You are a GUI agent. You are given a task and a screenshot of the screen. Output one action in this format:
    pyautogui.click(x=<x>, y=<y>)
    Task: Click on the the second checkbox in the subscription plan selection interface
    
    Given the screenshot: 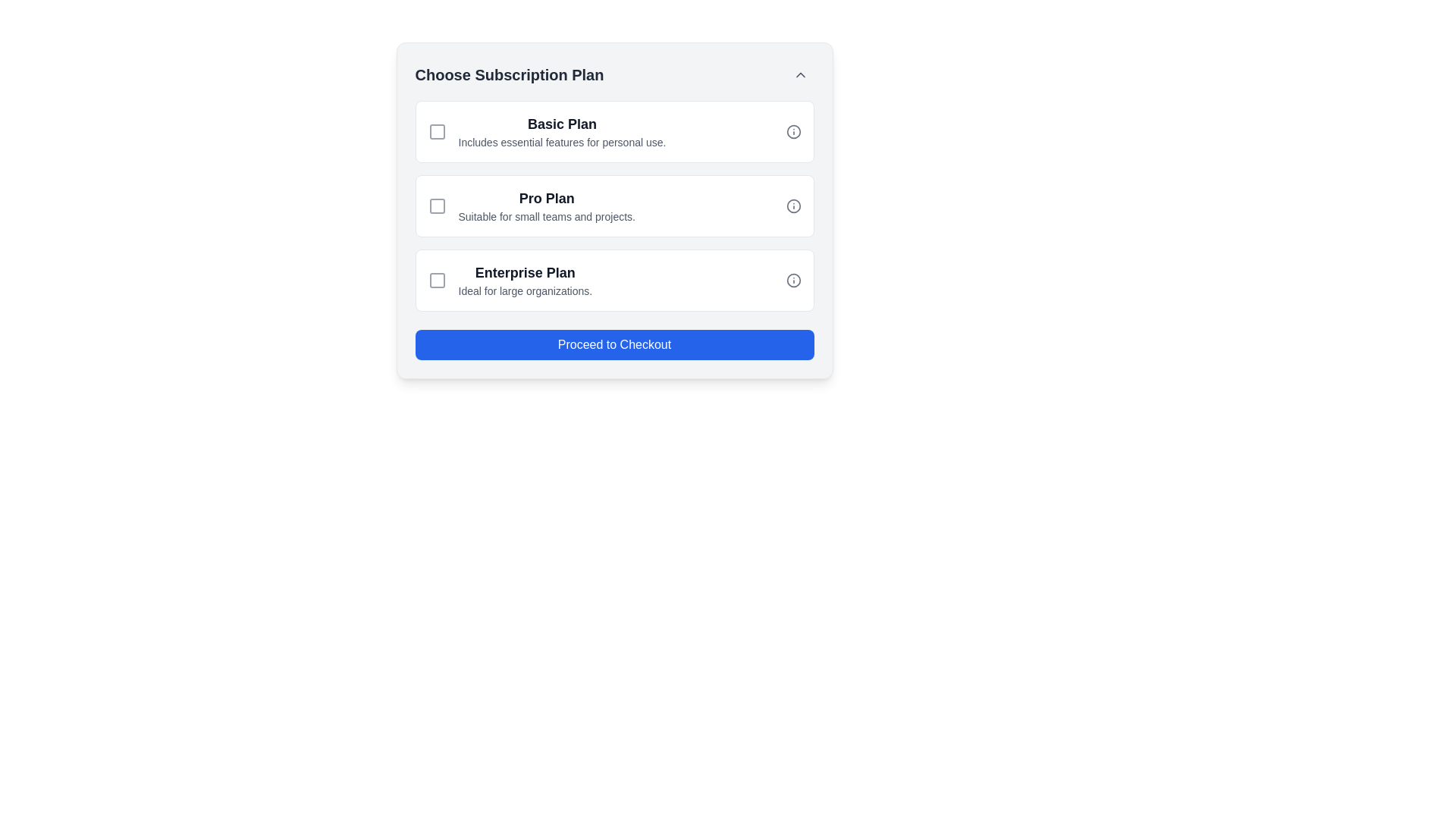 What is the action you would take?
    pyautogui.click(x=436, y=206)
    